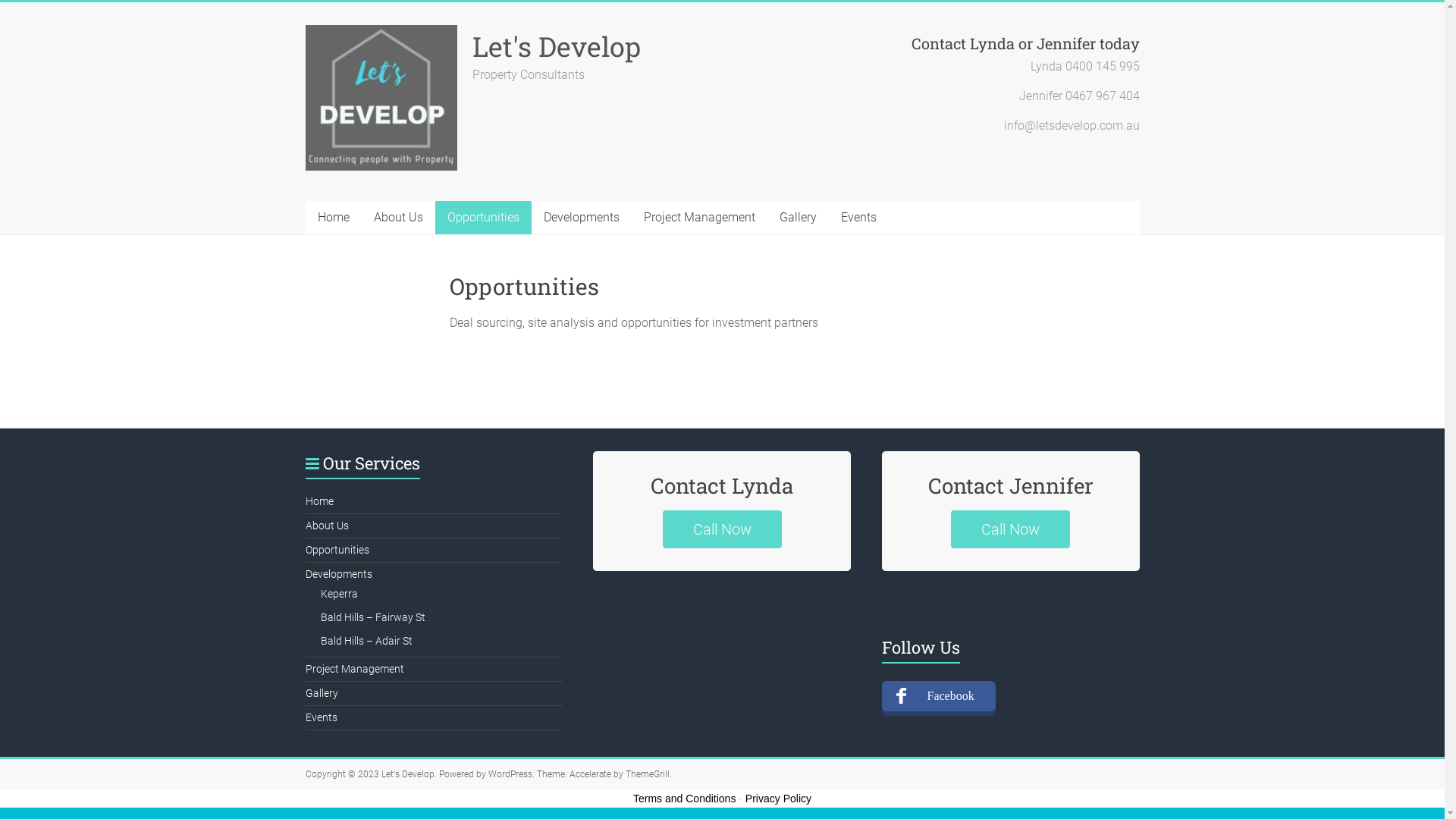 The width and height of the screenshot is (1456, 819). What do you see at coordinates (353, 668) in the screenshot?
I see `'Project Management'` at bounding box center [353, 668].